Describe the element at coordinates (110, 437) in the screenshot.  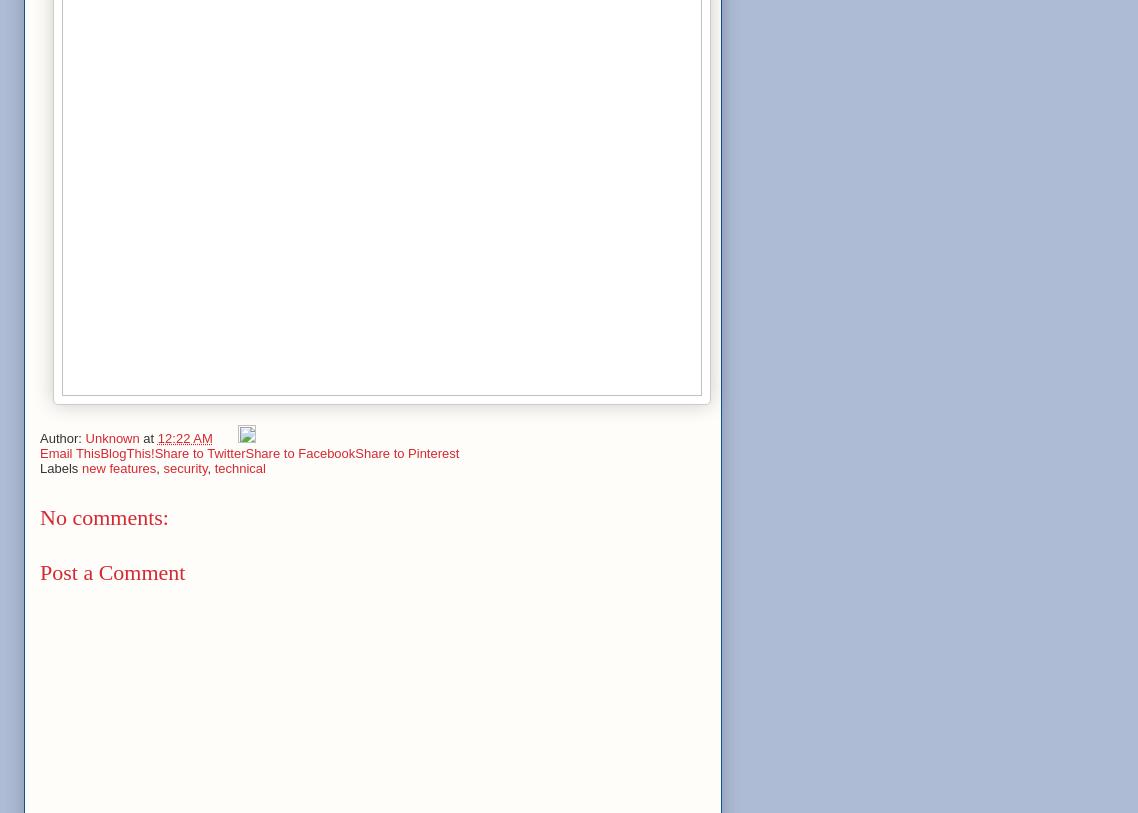
I see `'Unknown'` at that location.